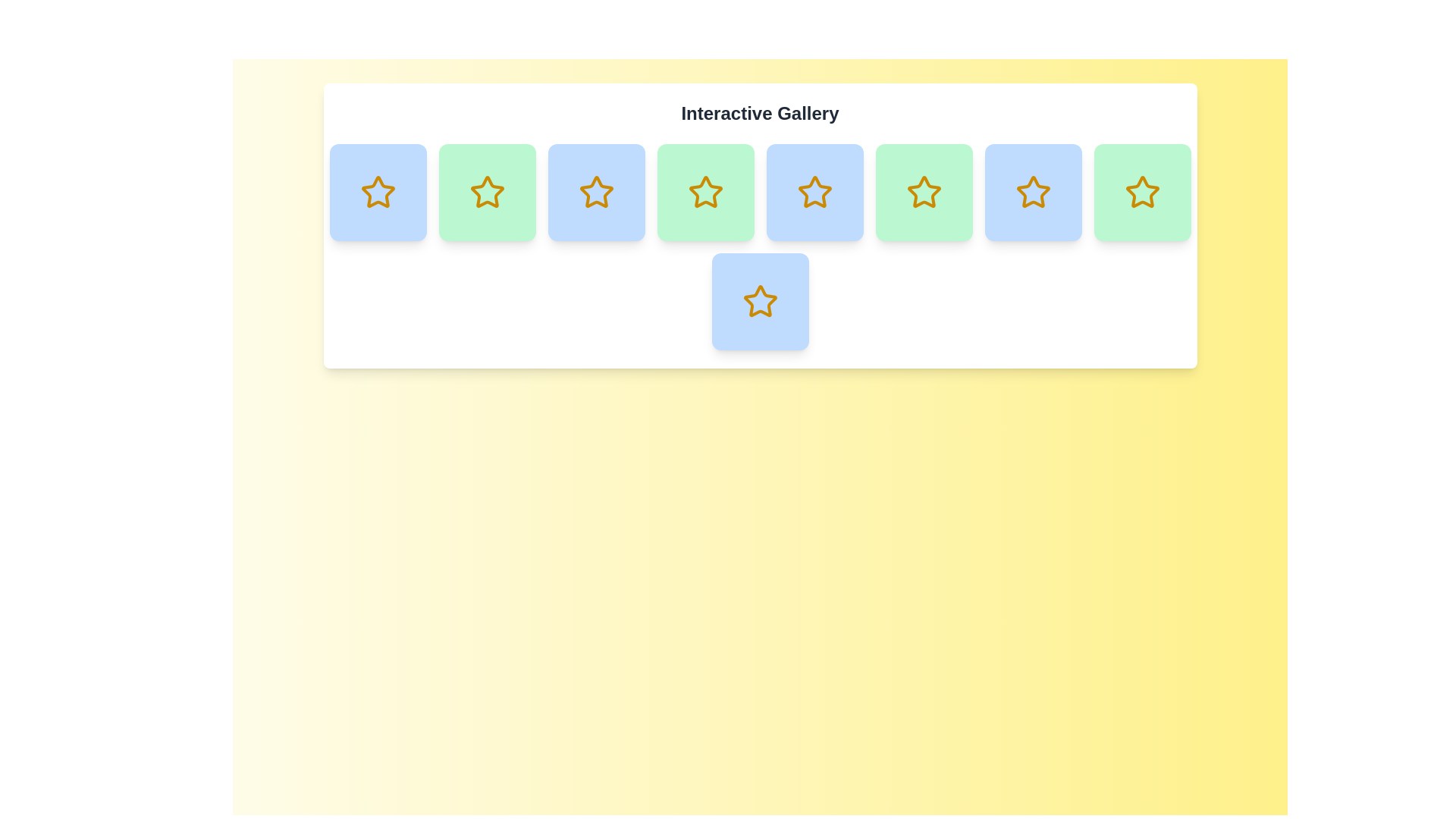 The width and height of the screenshot is (1456, 819). Describe the element at coordinates (760, 113) in the screenshot. I see `text label that serves as a title for the section above the interactive gallery of colored tiles` at that location.